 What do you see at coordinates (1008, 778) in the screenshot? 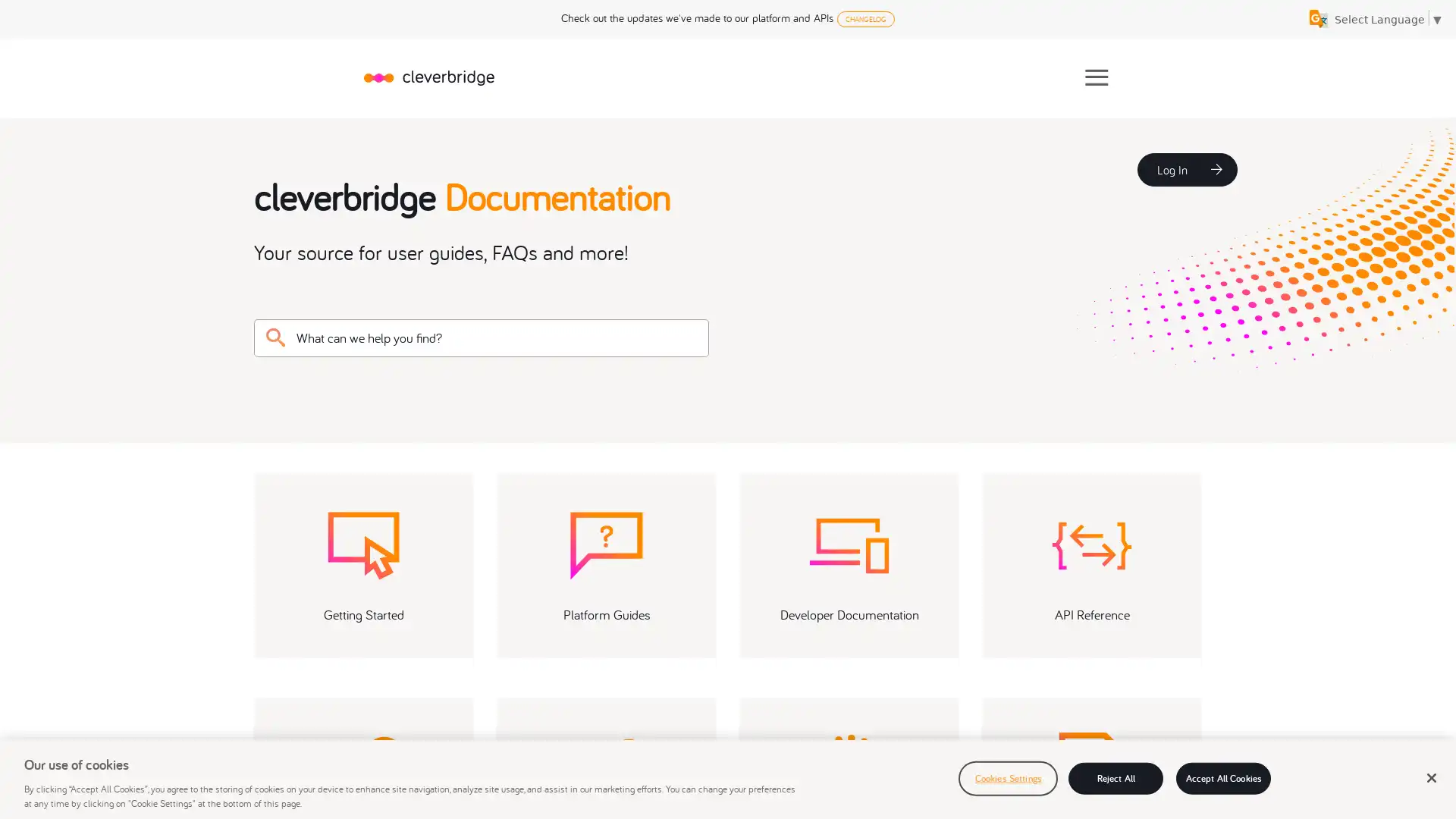
I see `Cookies Settings` at bounding box center [1008, 778].